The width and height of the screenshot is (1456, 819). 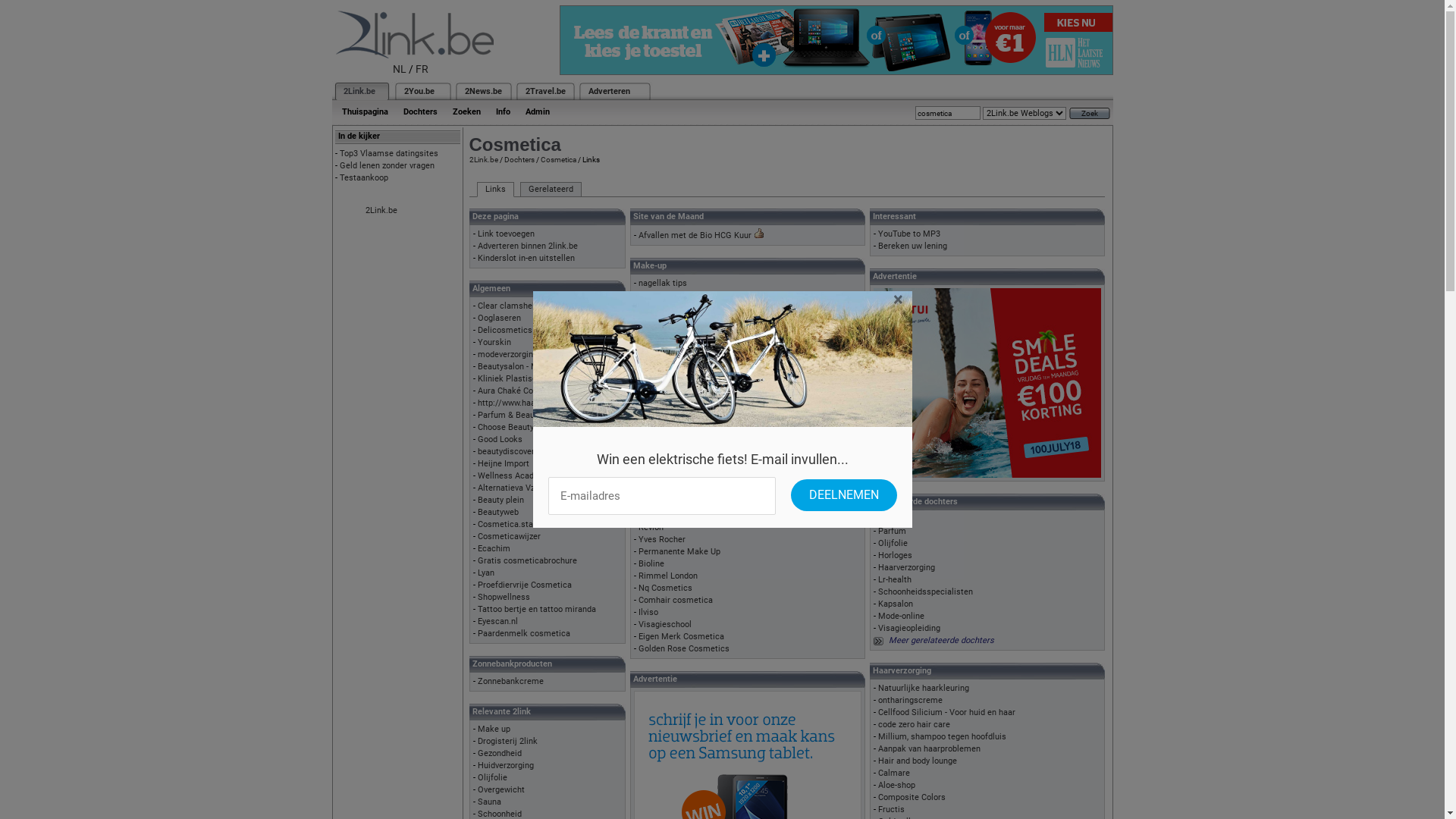 I want to click on 'Ecachim', so click(x=494, y=548).